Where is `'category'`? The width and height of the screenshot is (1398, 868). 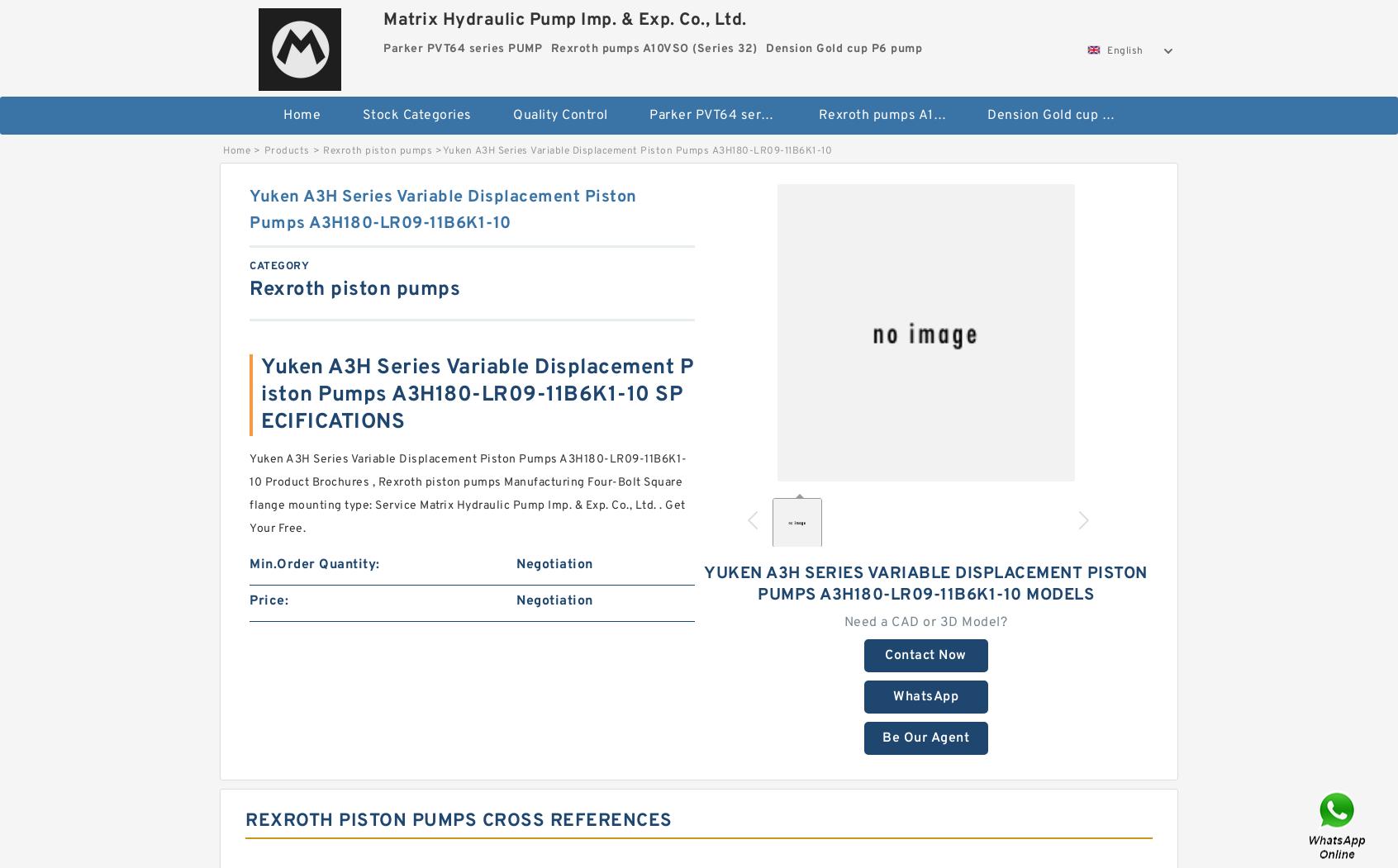 'category' is located at coordinates (278, 265).